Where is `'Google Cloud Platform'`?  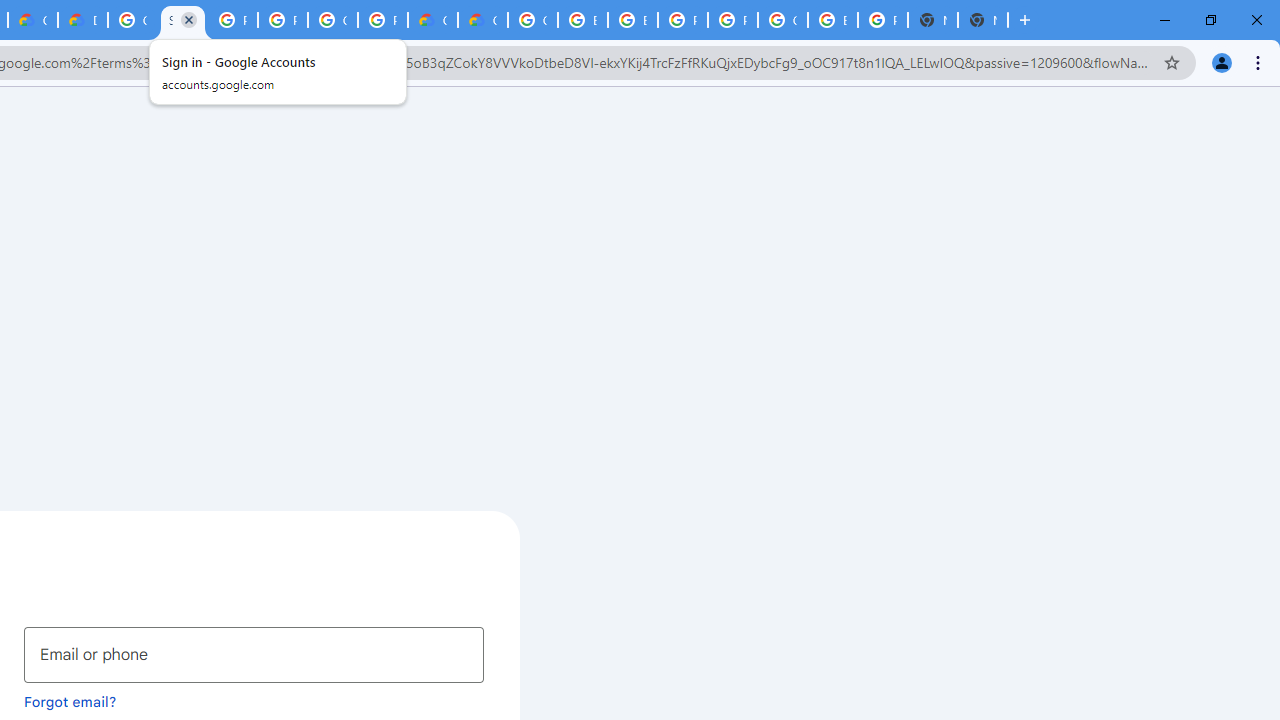
'Google Cloud Platform' is located at coordinates (333, 20).